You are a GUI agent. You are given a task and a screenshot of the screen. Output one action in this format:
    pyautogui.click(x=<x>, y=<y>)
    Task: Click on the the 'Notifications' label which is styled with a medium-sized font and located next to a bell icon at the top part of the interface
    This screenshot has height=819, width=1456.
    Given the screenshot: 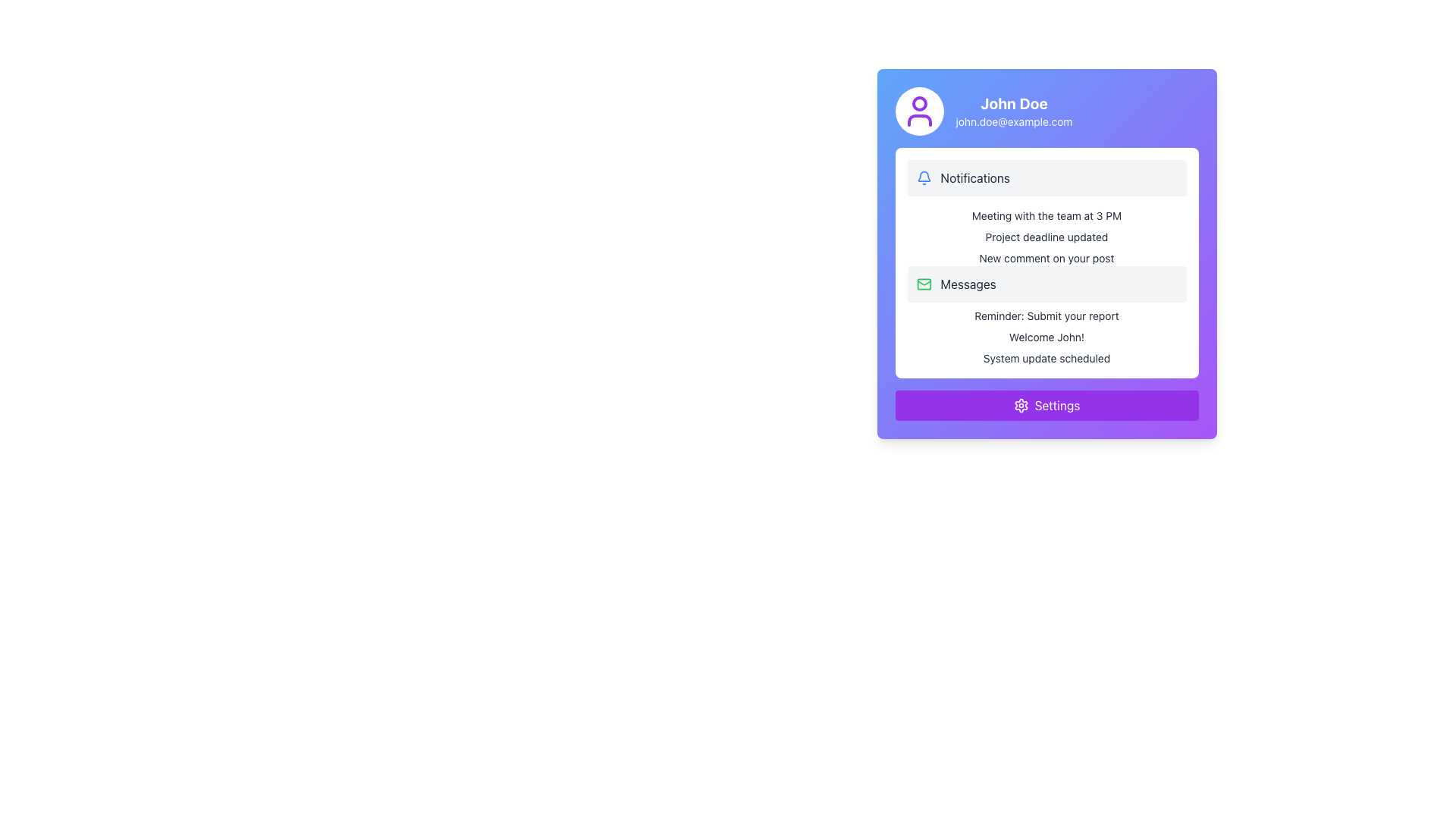 What is the action you would take?
    pyautogui.click(x=975, y=177)
    